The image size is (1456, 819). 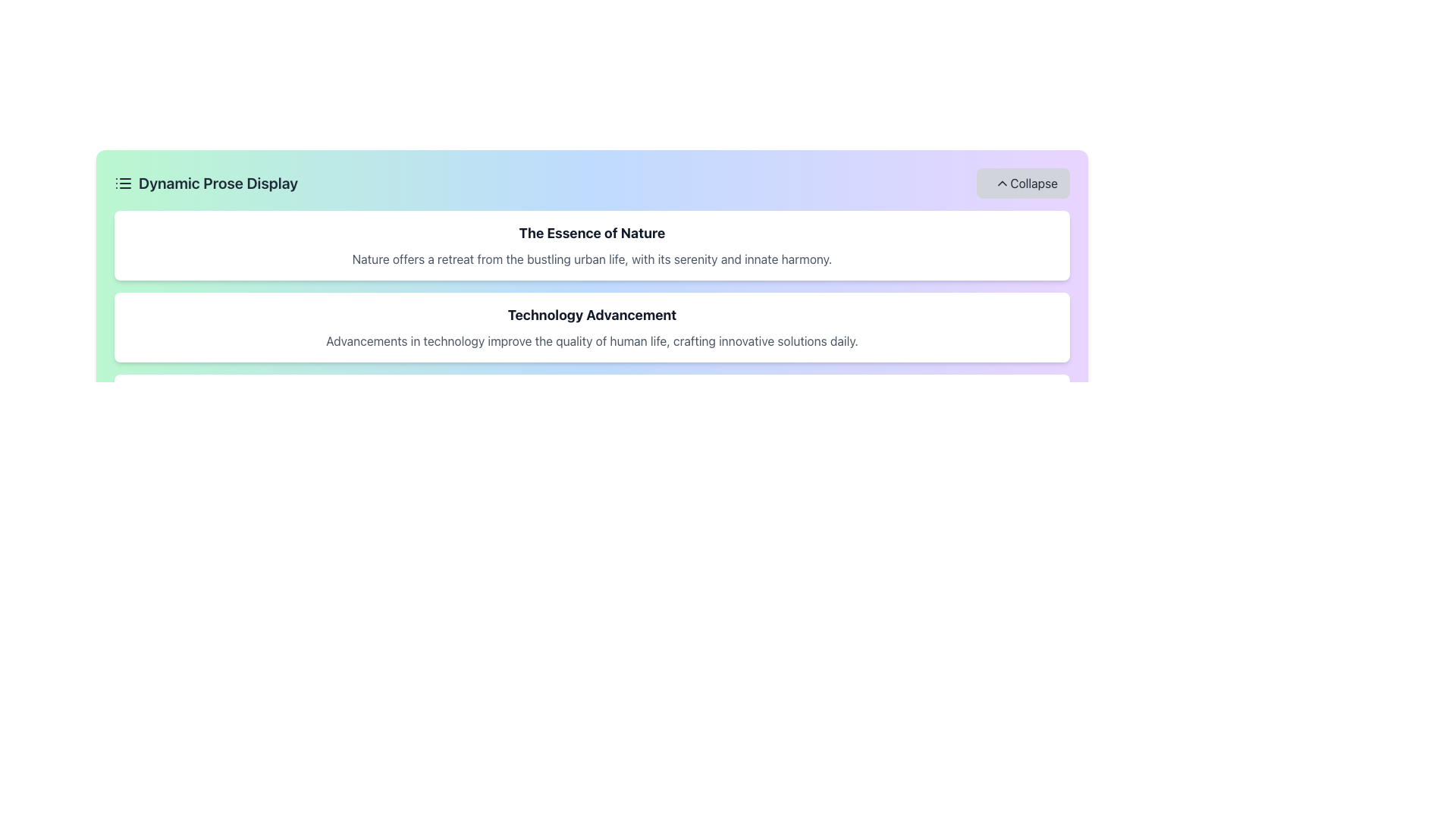 I want to click on the button that collapses or hides additional content in the header section titled 'Dynamic Prose Display', so click(x=1023, y=183).